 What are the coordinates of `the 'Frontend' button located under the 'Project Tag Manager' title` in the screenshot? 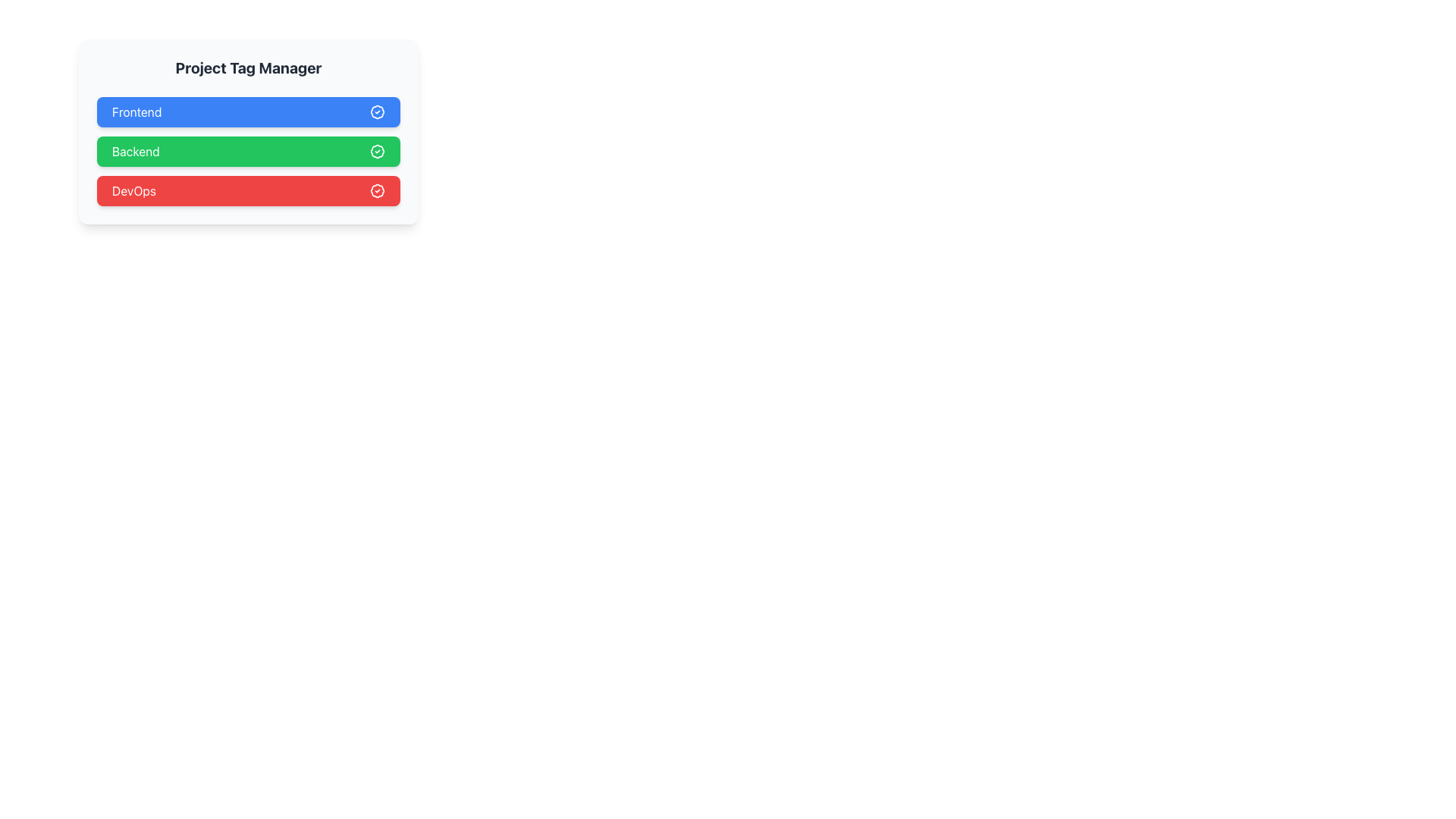 It's located at (248, 111).